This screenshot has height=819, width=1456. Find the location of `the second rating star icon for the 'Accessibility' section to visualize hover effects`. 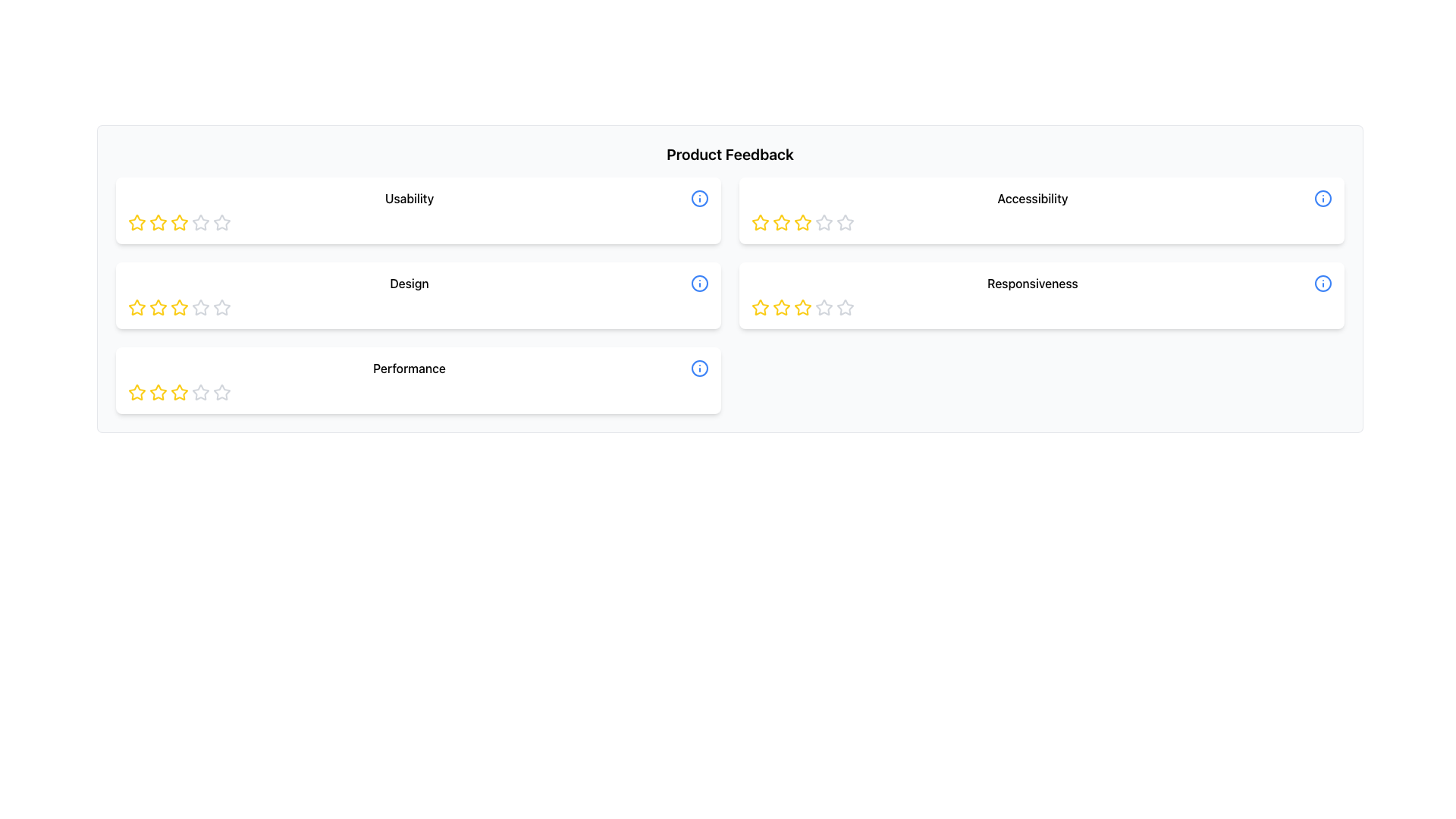

the second rating star icon for the 'Accessibility' section to visualize hover effects is located at coordinates (782, 222).